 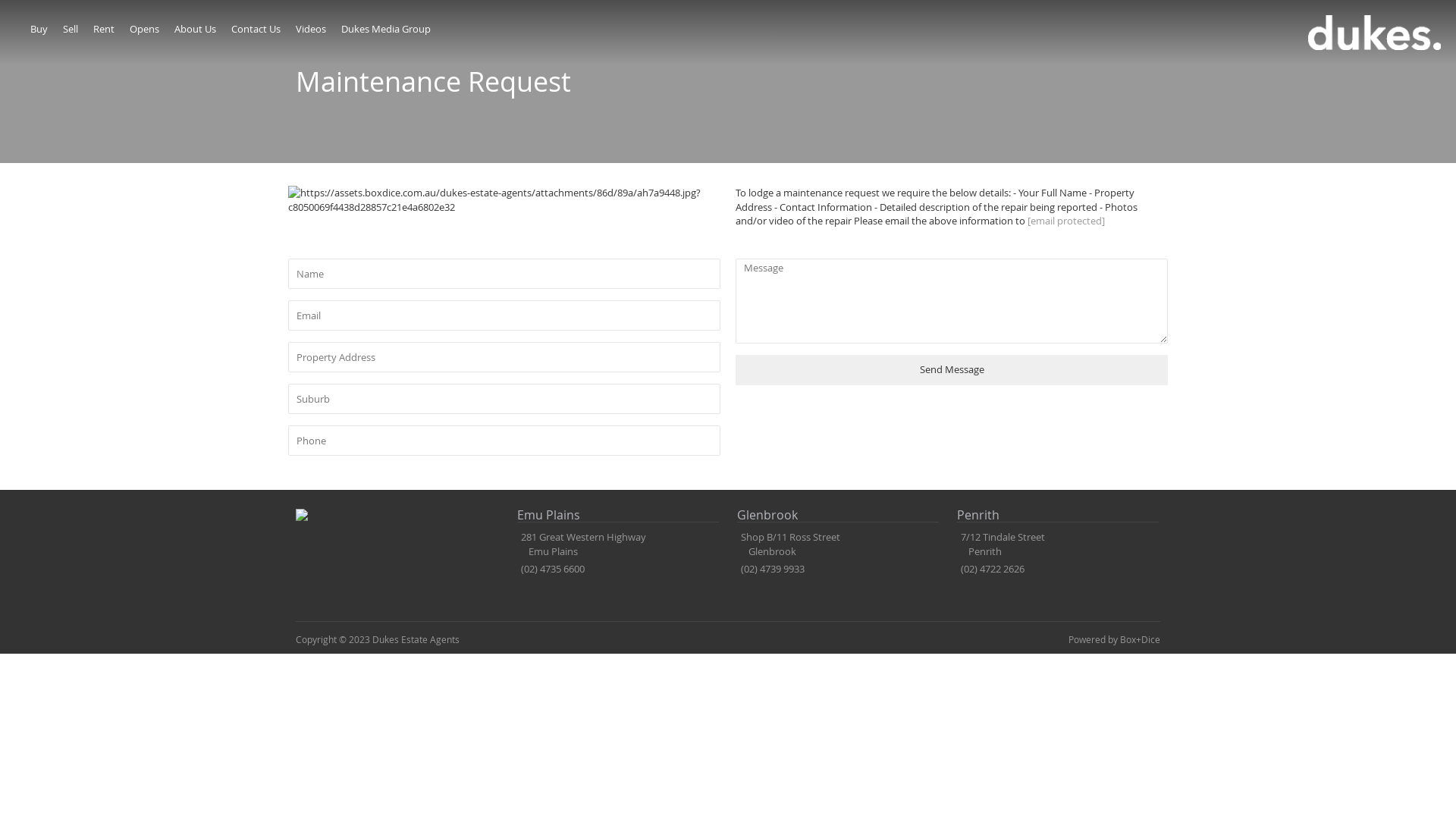 What do you see at coordinates (194, 29) in the screenshot?
I see `'About Us'` at bounding box center [194, 29].